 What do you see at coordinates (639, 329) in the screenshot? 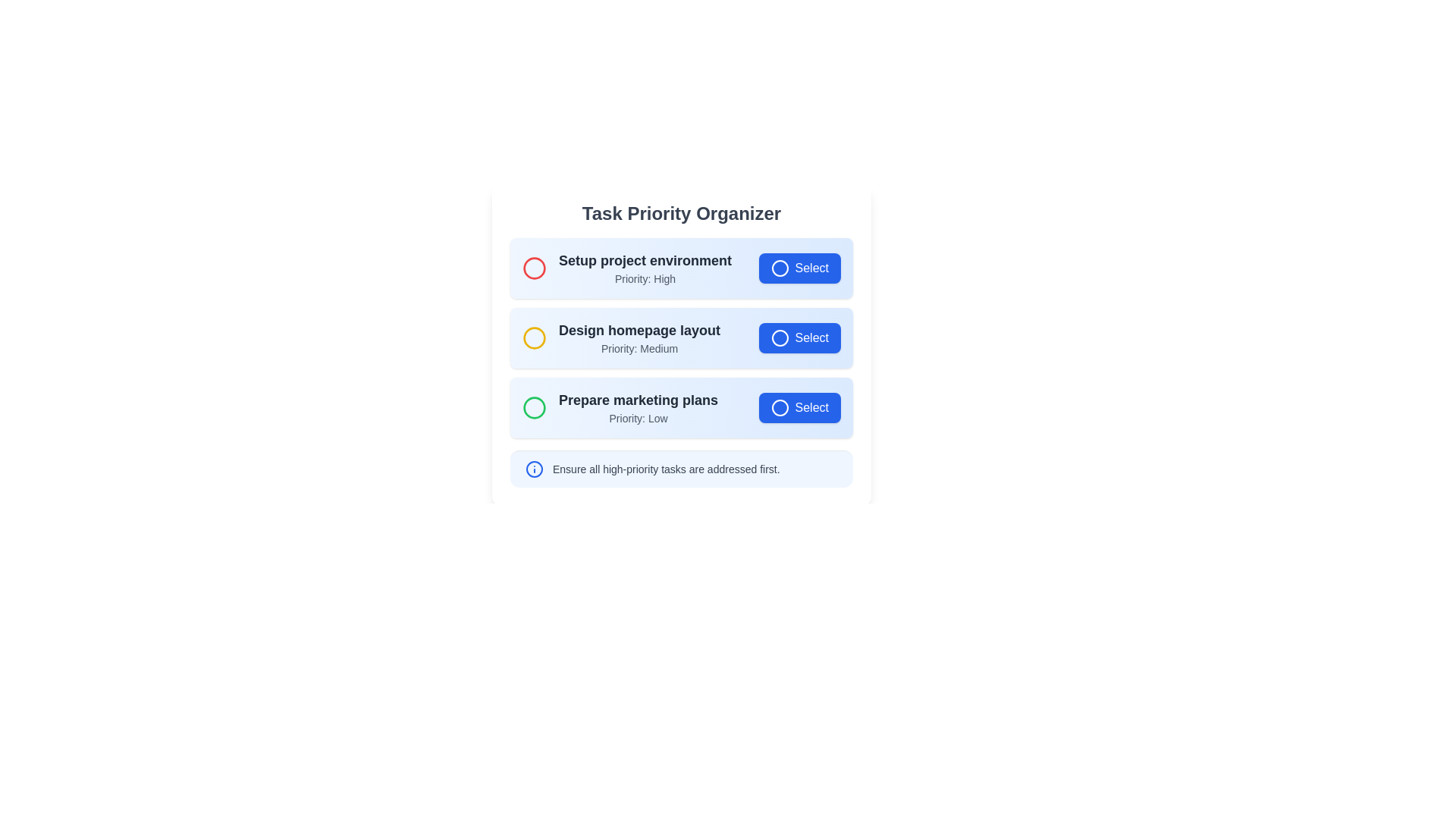
I see `the text label that describes the task 'Design homepage layout', which is the title of the second task entry in the 'Task Priority Organizer'` at bounding box center [639, 329].